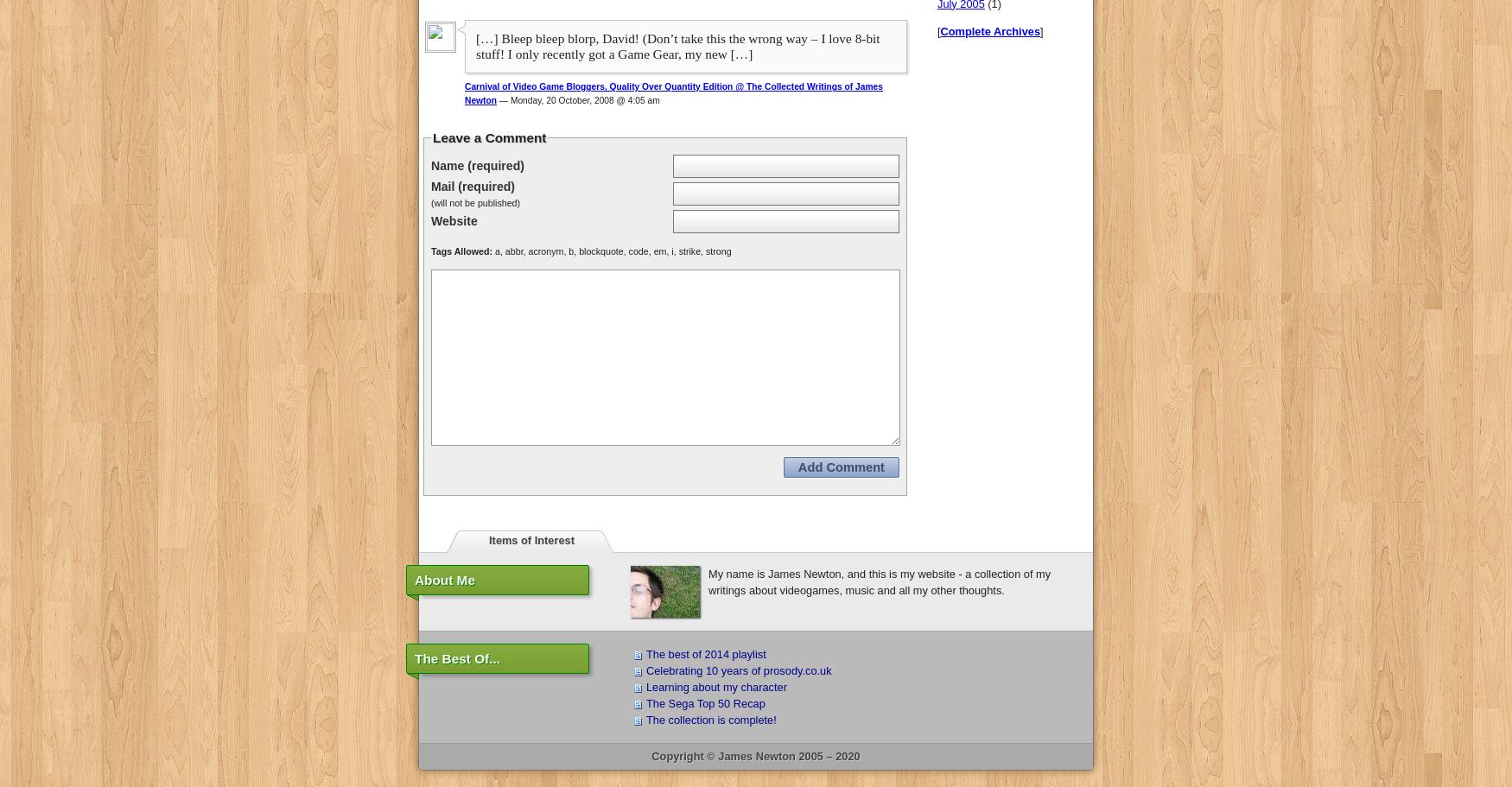 Image resolution: width=1512 pixels, height=787 pixels. Describe the element at coordinates (739, 670) in the screenshot. I see `'Celebrating 10 years of prosody.co.uk'` at that location.